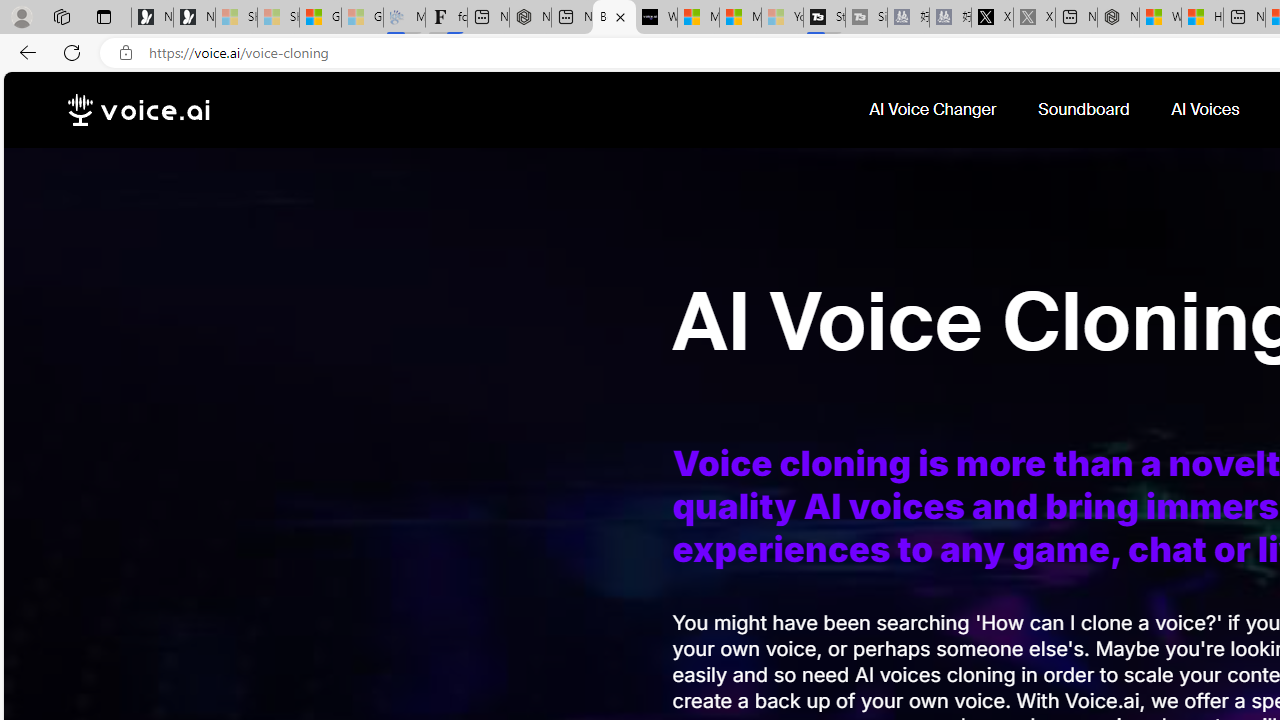  What do you see at coordinates (1117, 17) in the screenshot?
I see `'Nordace - My Account'` at bounding box center [1117, 17].